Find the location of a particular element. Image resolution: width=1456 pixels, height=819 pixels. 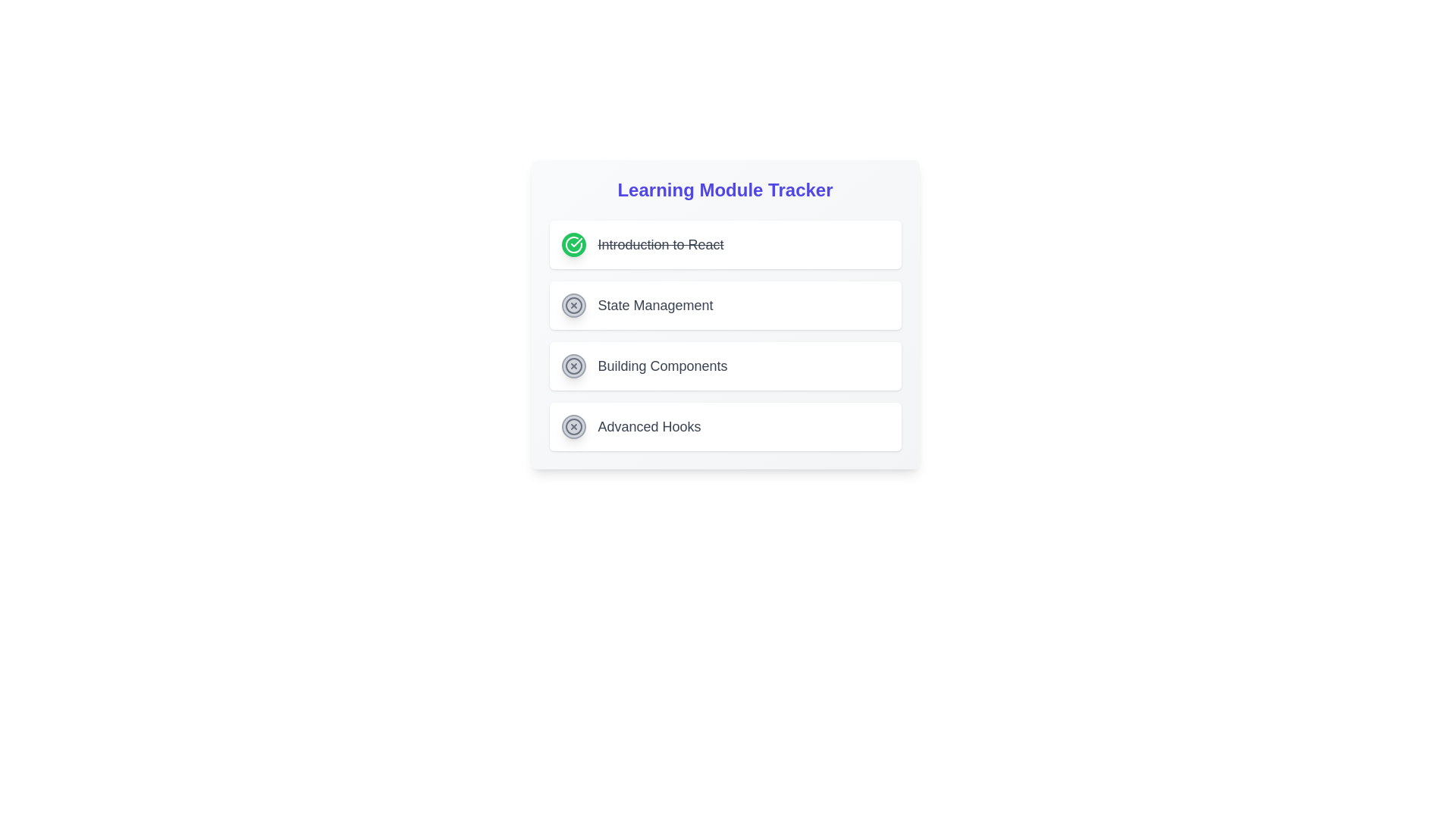

the status indicator icon located in the second row of the 'Learning Module Tracker', next to 'State Management' is located at coordinates (573, 305).